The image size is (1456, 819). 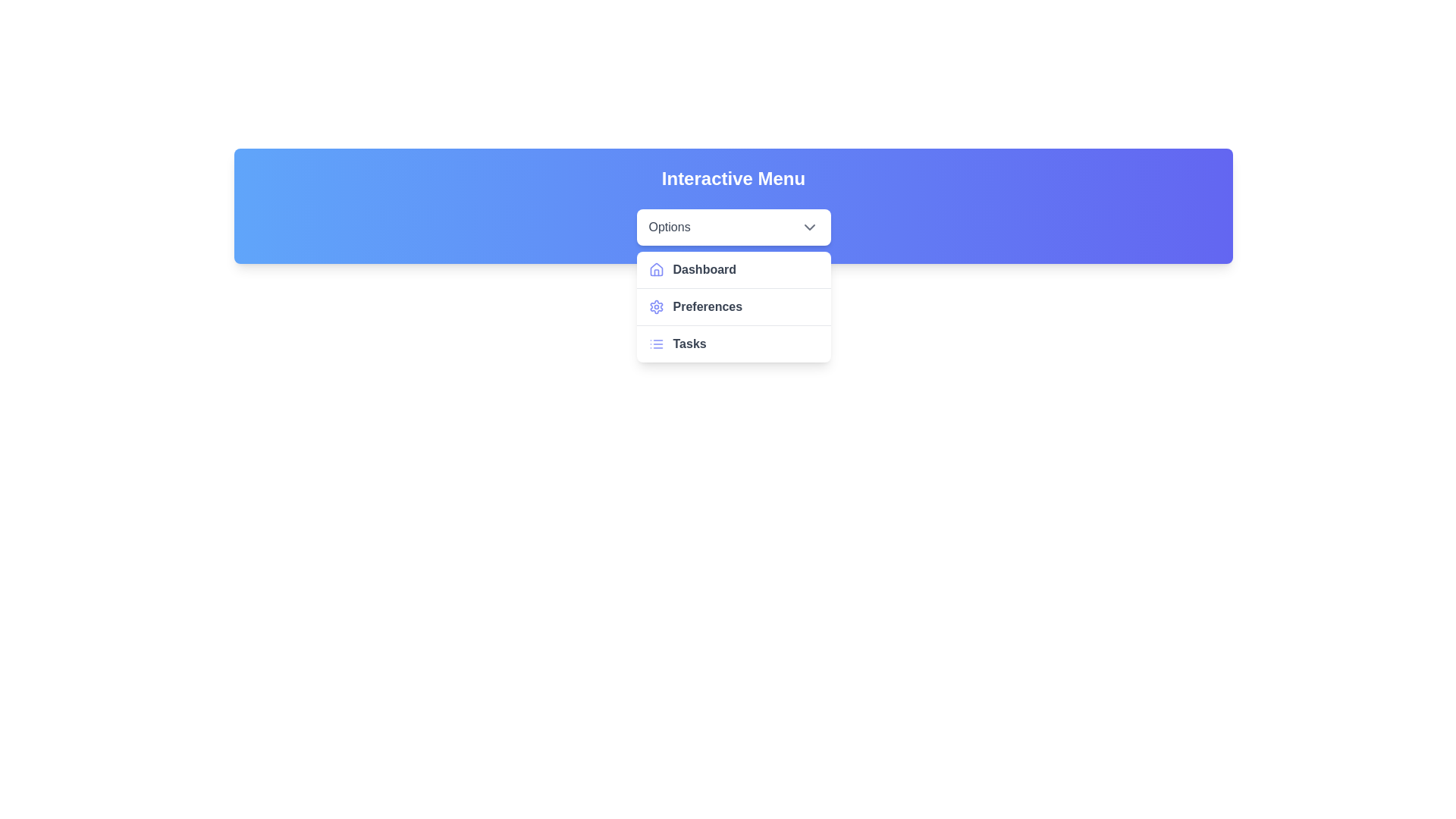 What do you see at coordinates (733, 306) in the screenshot?
I see `the second item in the vertical menu list, which navigates to the Preferences section of the application` at bounding box center [733, 306].